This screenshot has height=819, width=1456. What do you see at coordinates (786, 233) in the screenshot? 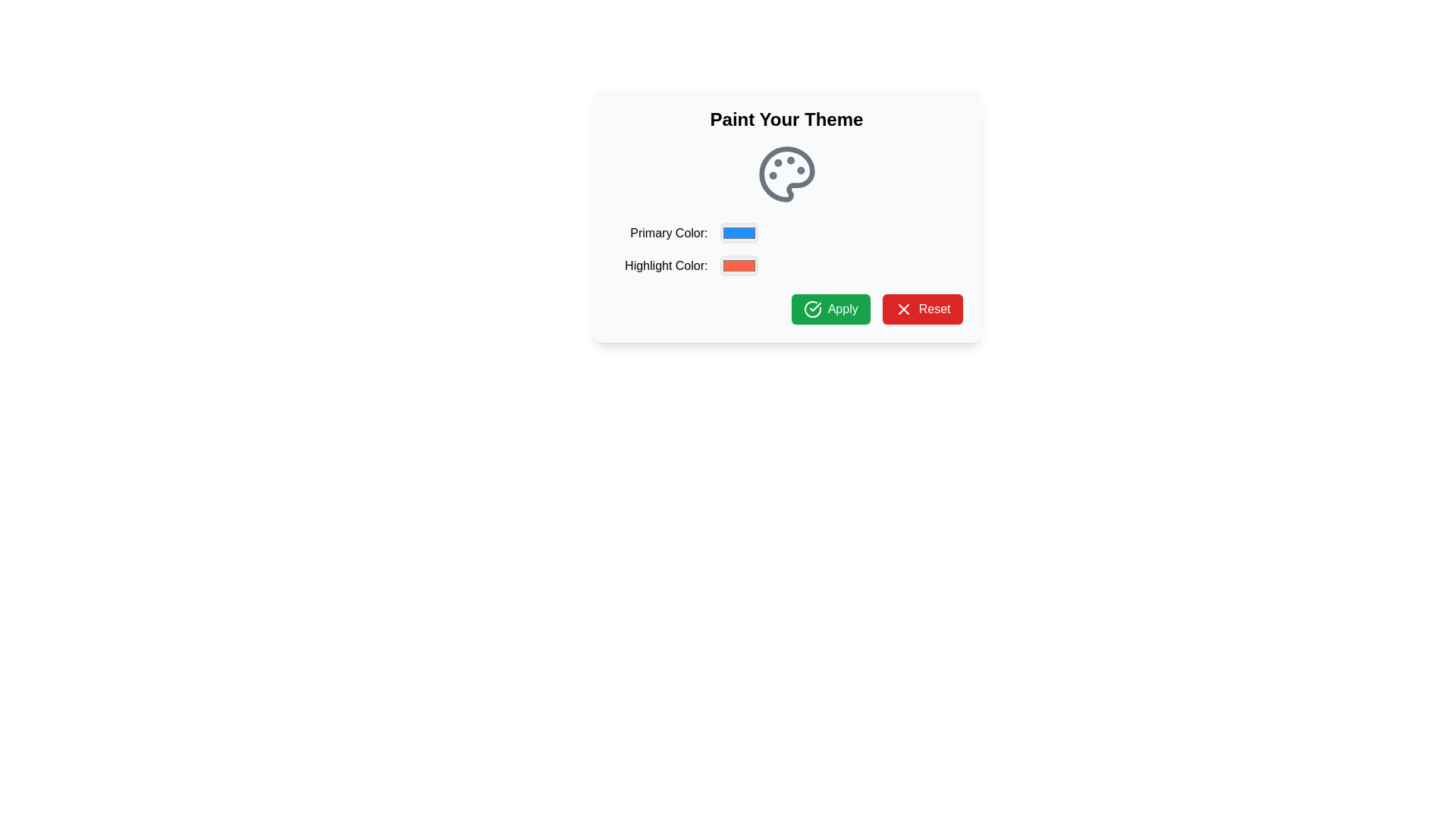
I see `the color picker box labeled 'Primary Color:'` at bounding box center [786, 233].